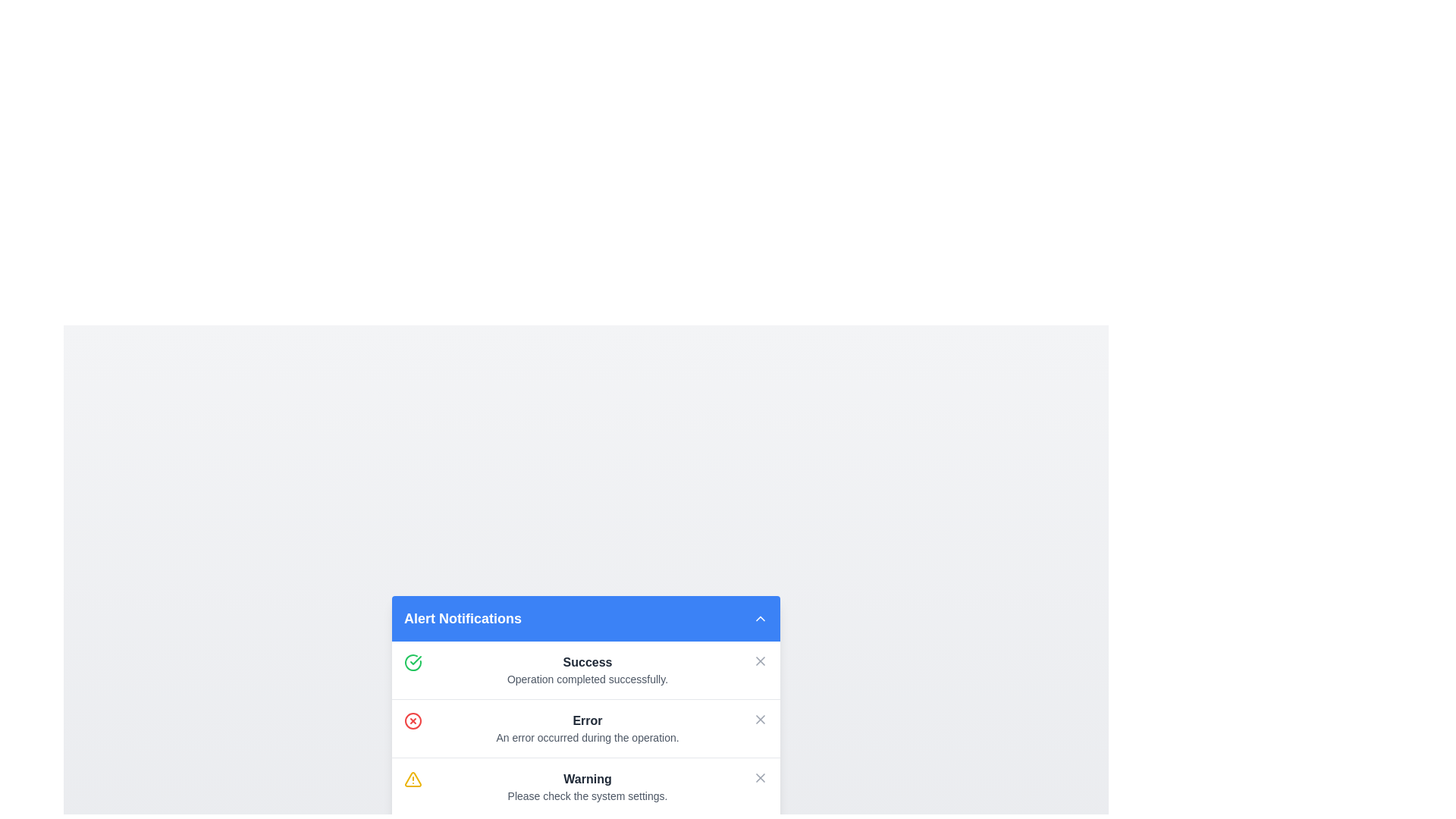 The width and height of the screenshot is (1456, 819). Describe the element at coordinates (761, 777) in the screenshot. I see `the close icon (X shape) next to the 'Warning' notification in the Alert Notifications section` at that location.